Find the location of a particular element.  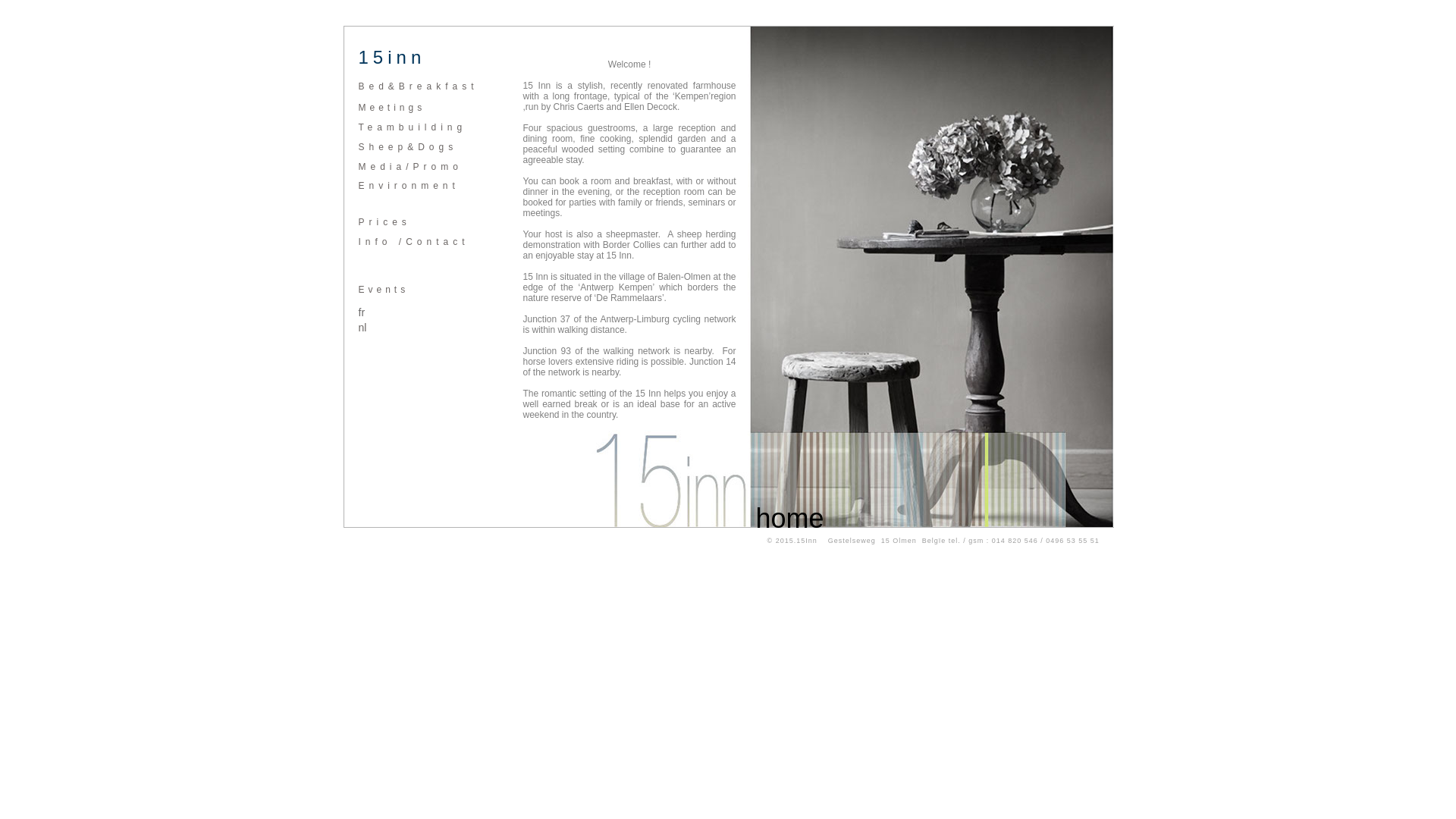

'Sheep&Dogs' is located at coordinates (407, 146).